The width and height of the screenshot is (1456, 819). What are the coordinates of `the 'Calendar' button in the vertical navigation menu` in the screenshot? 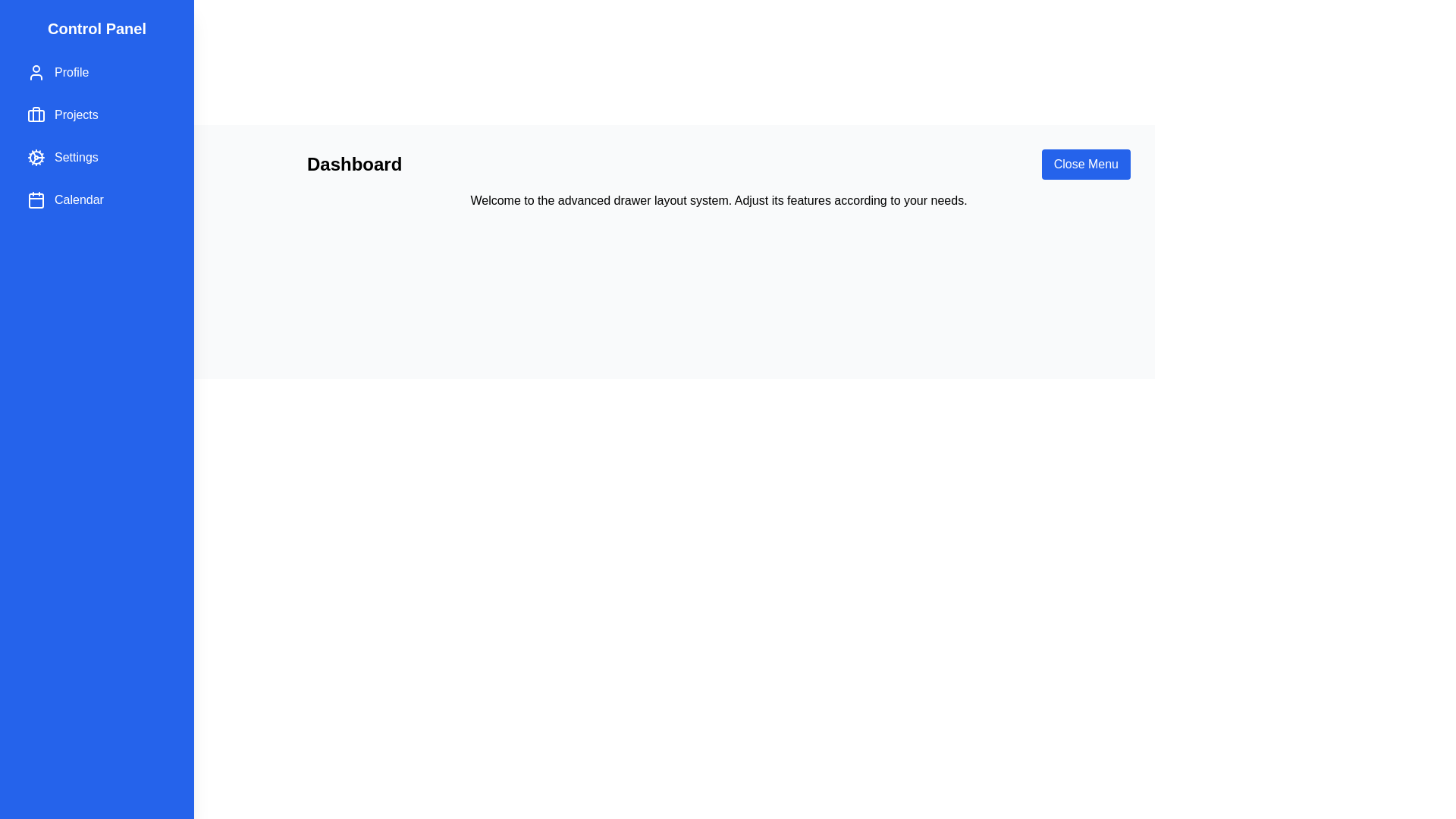 It's located at (96, 199).